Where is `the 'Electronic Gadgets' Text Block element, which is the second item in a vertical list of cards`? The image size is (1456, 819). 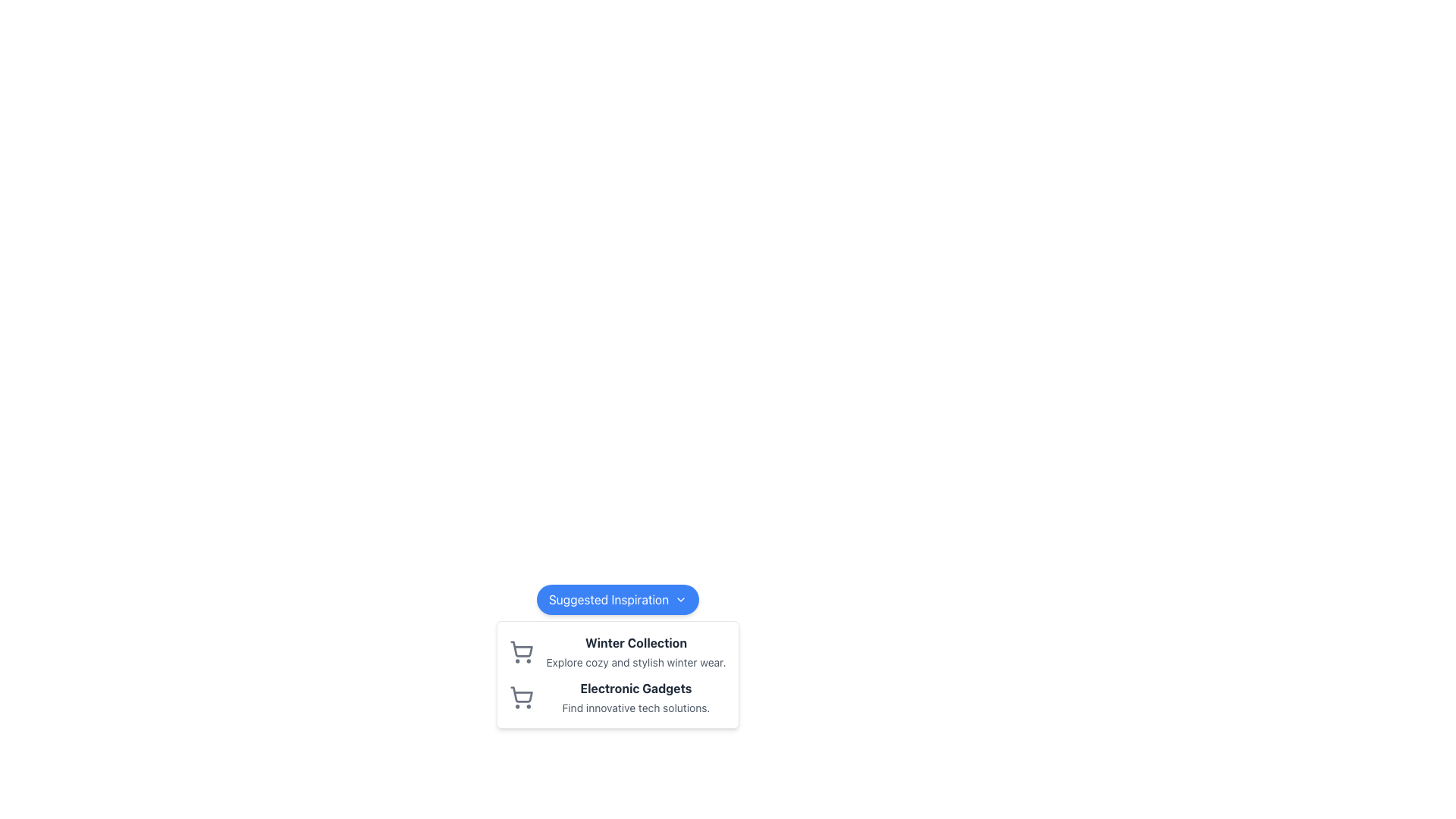 the 'Electronic Gadgets' Text Block element, which is the second item in a vertical list of cards is located at coordinates (636, 698).